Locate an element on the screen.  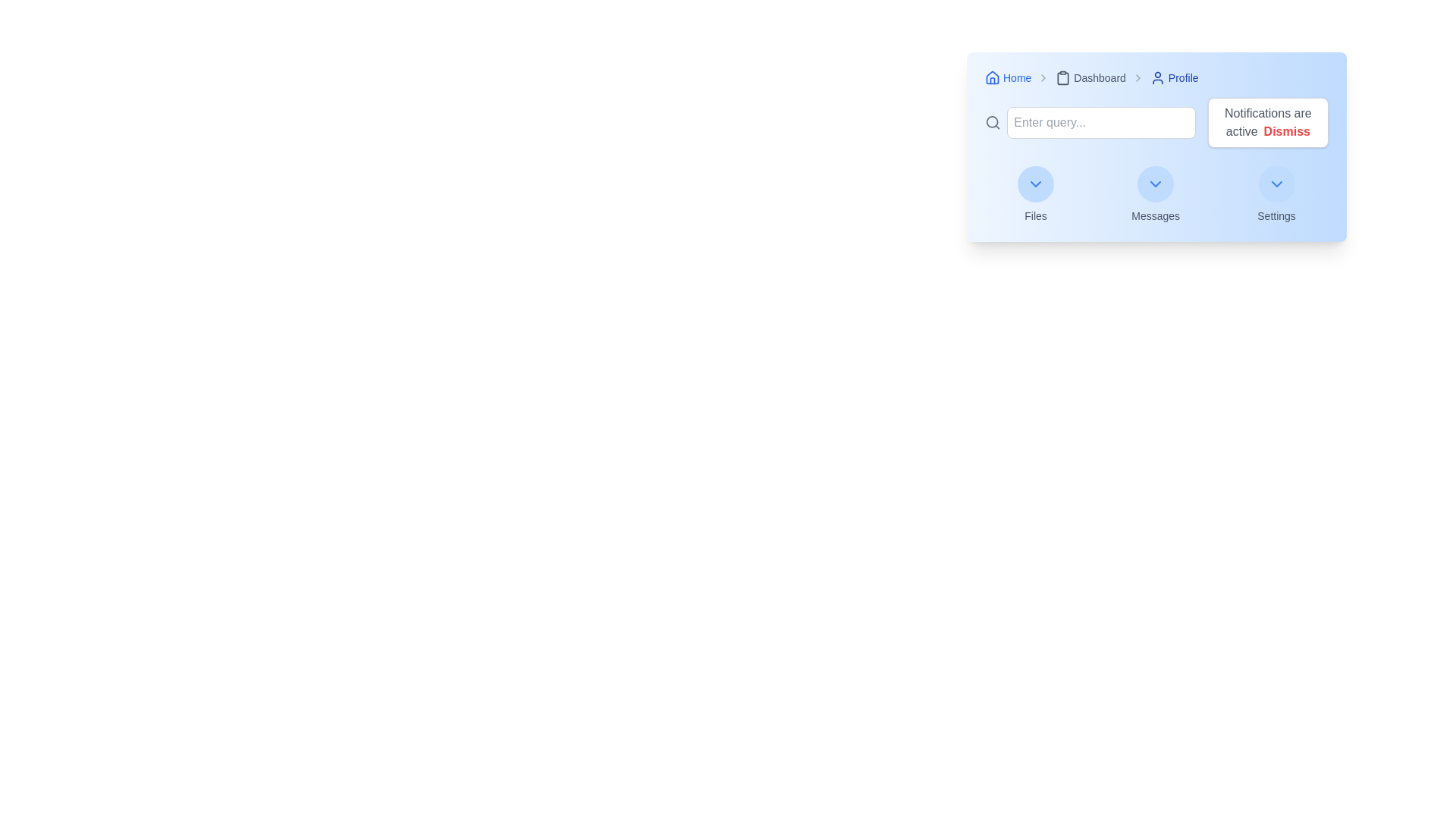
the 'Home' navigation icon located at the top-left region of the interface, which redirects to the main dashboard when interacted with is located at coordinates (993, 77).